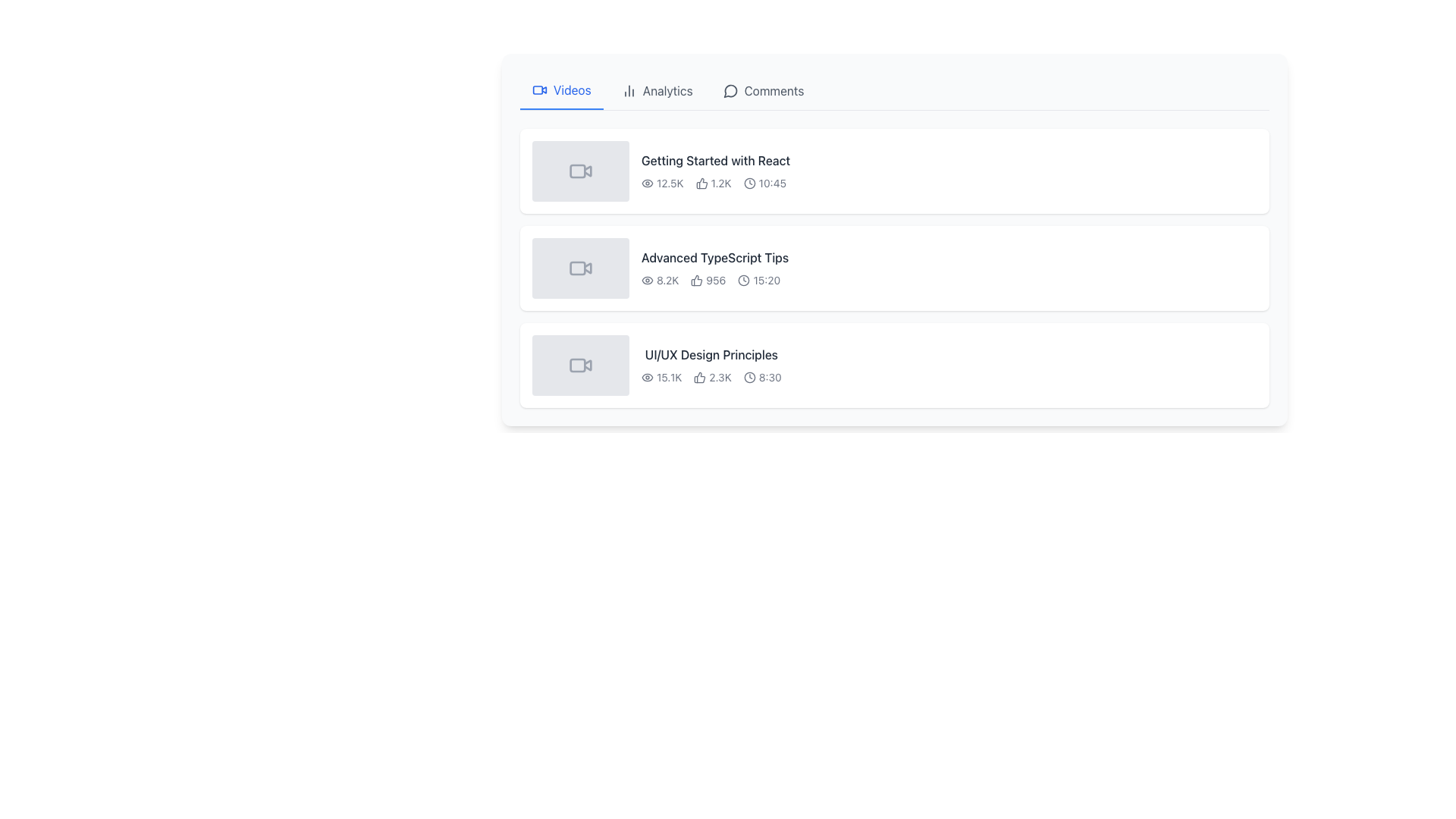  What do you see at coordinates (701, 183) in the screenshot?
I see `the thumbs-up icon located to the immediate left of the '1.2K' text` at bounding box center [701, 183].